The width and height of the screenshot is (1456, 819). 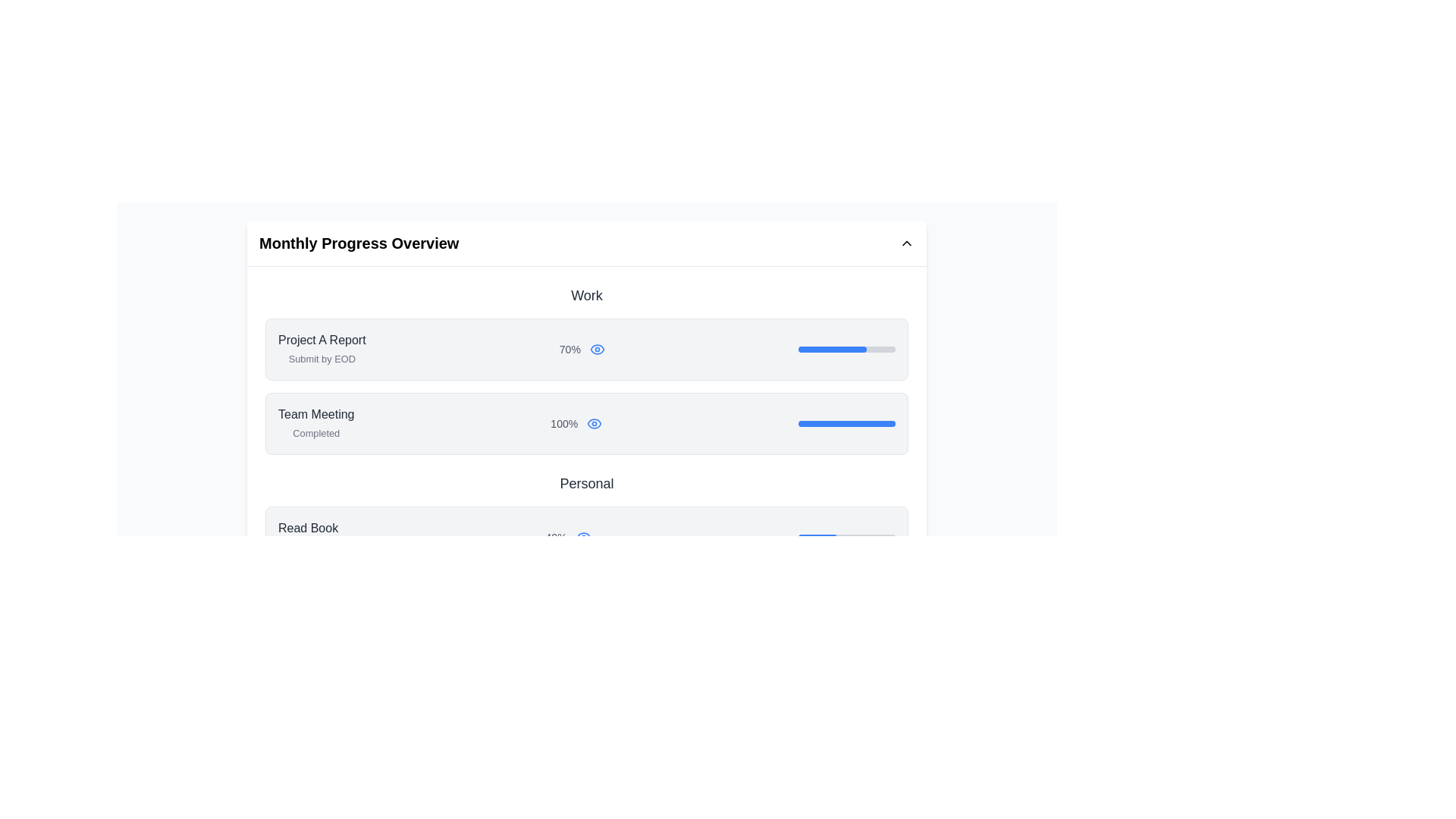 What do you see at coordinates (846, 350) in the screenshot?
I see `the horizontal rectangular progress bar with a light gray background and blue filled portion indicating 70%, located within the 'Project A Report' task card` at bounding box center [846, 350].